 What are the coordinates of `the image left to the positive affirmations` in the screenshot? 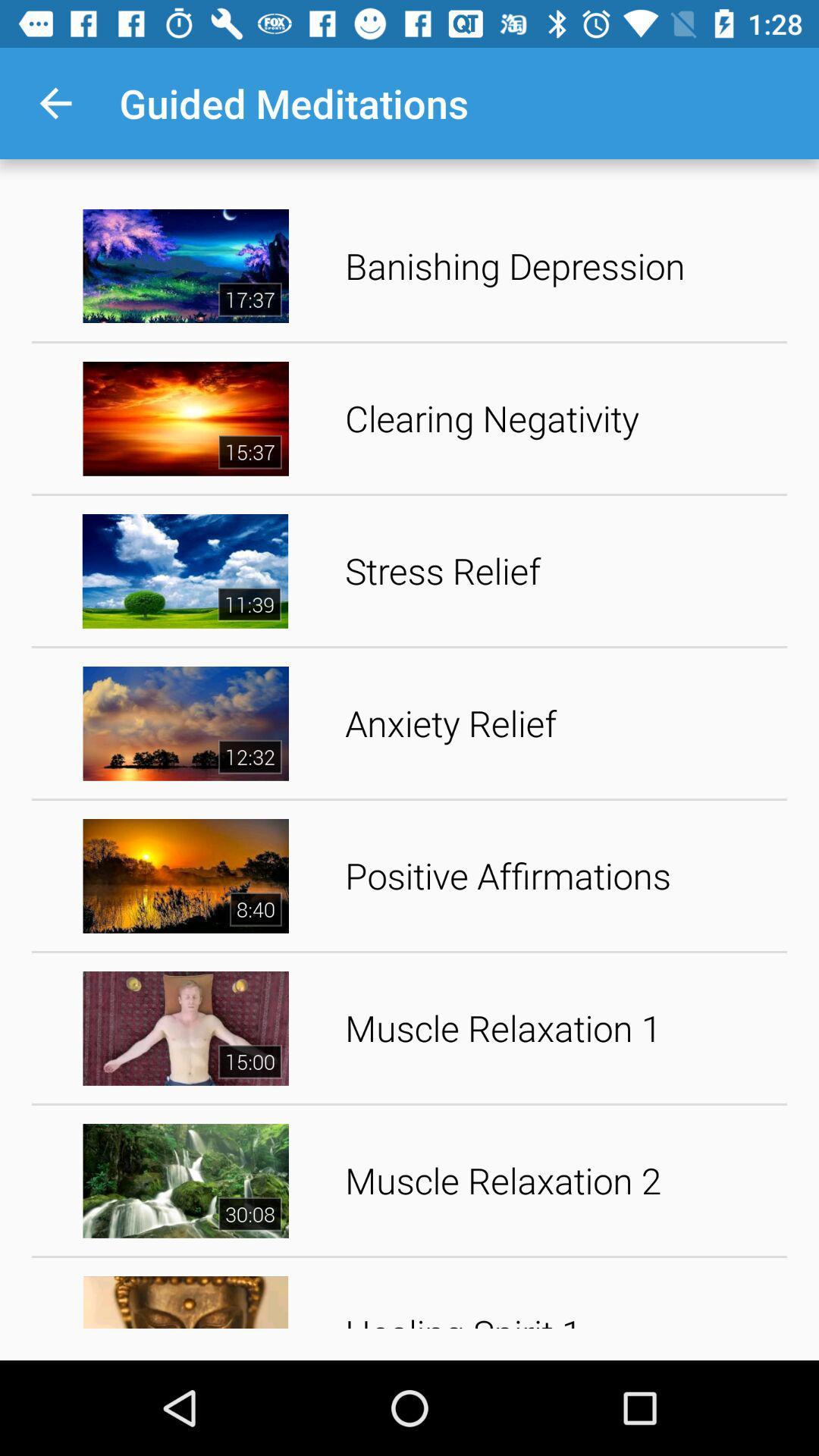 It's located at (185, 876).